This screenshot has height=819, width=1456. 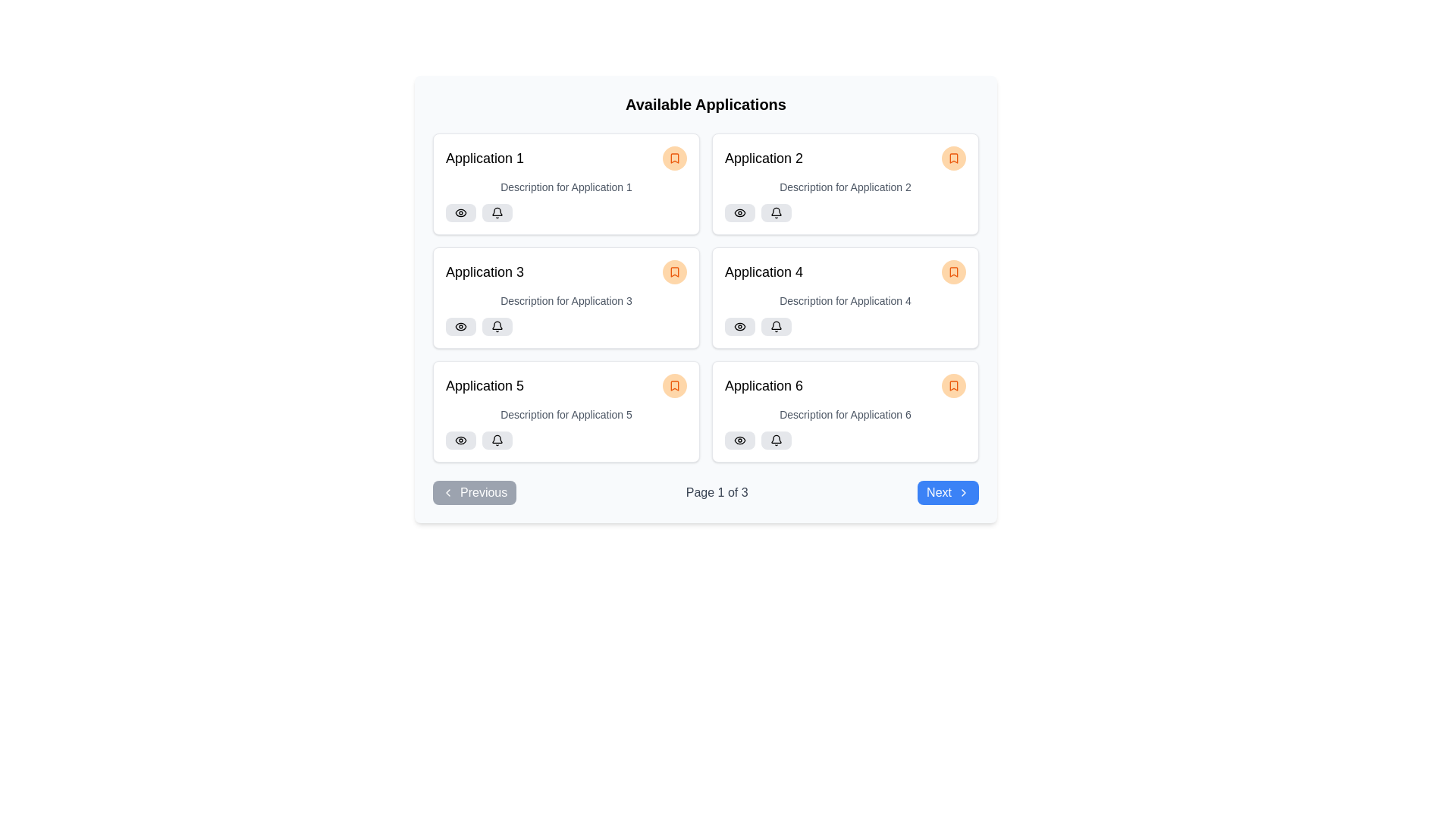 What do you see at coordinates (447, 493) in the screenshot?
I see `the 'Previous' button, which visually indicates a backward navigation action and is located towards the lower-left of the interface` at bounding box center [447, 493].